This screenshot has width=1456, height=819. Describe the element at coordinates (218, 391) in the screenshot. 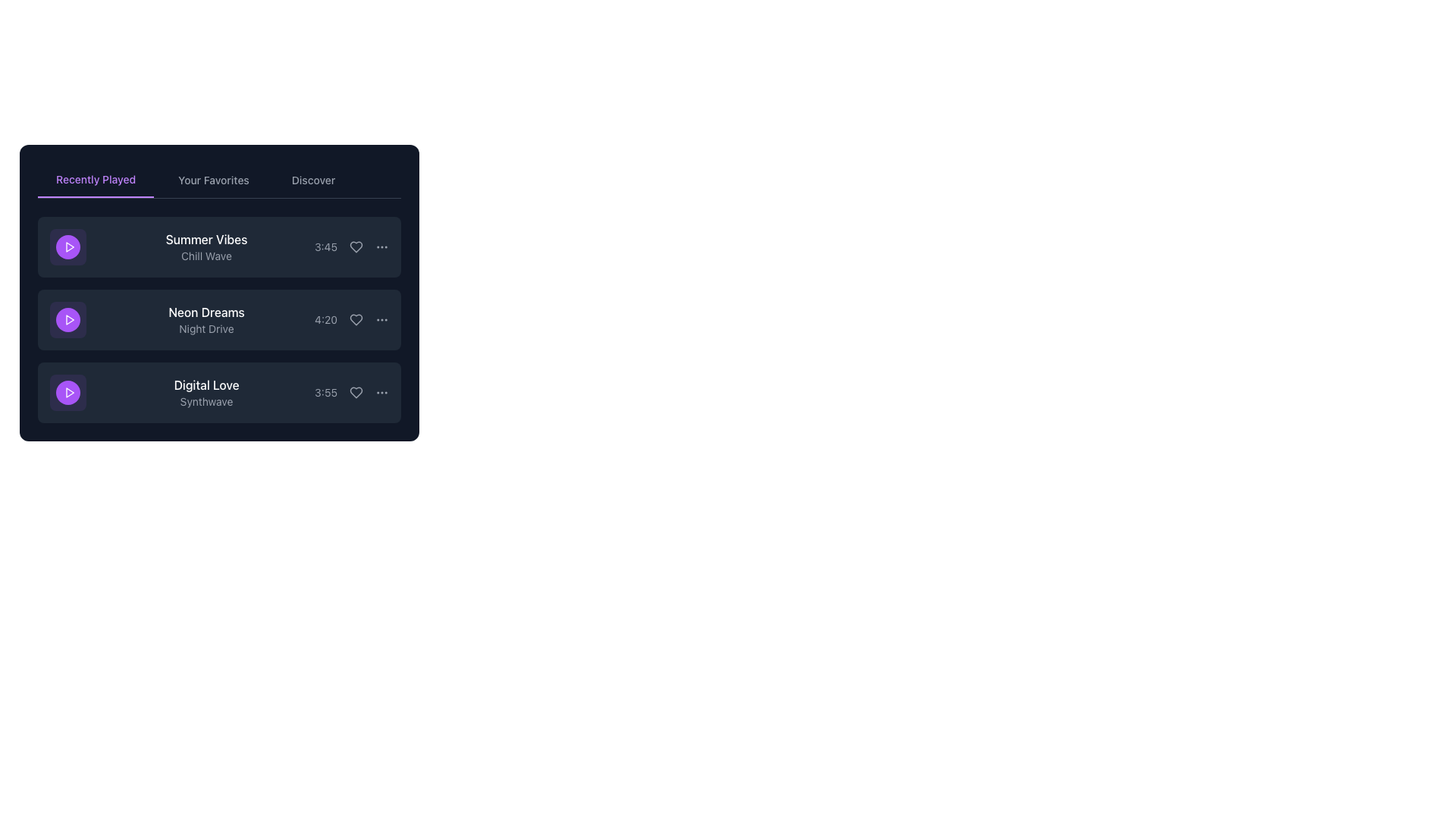

I see `the third playlist item in the 'Recently Played' section` at that location.